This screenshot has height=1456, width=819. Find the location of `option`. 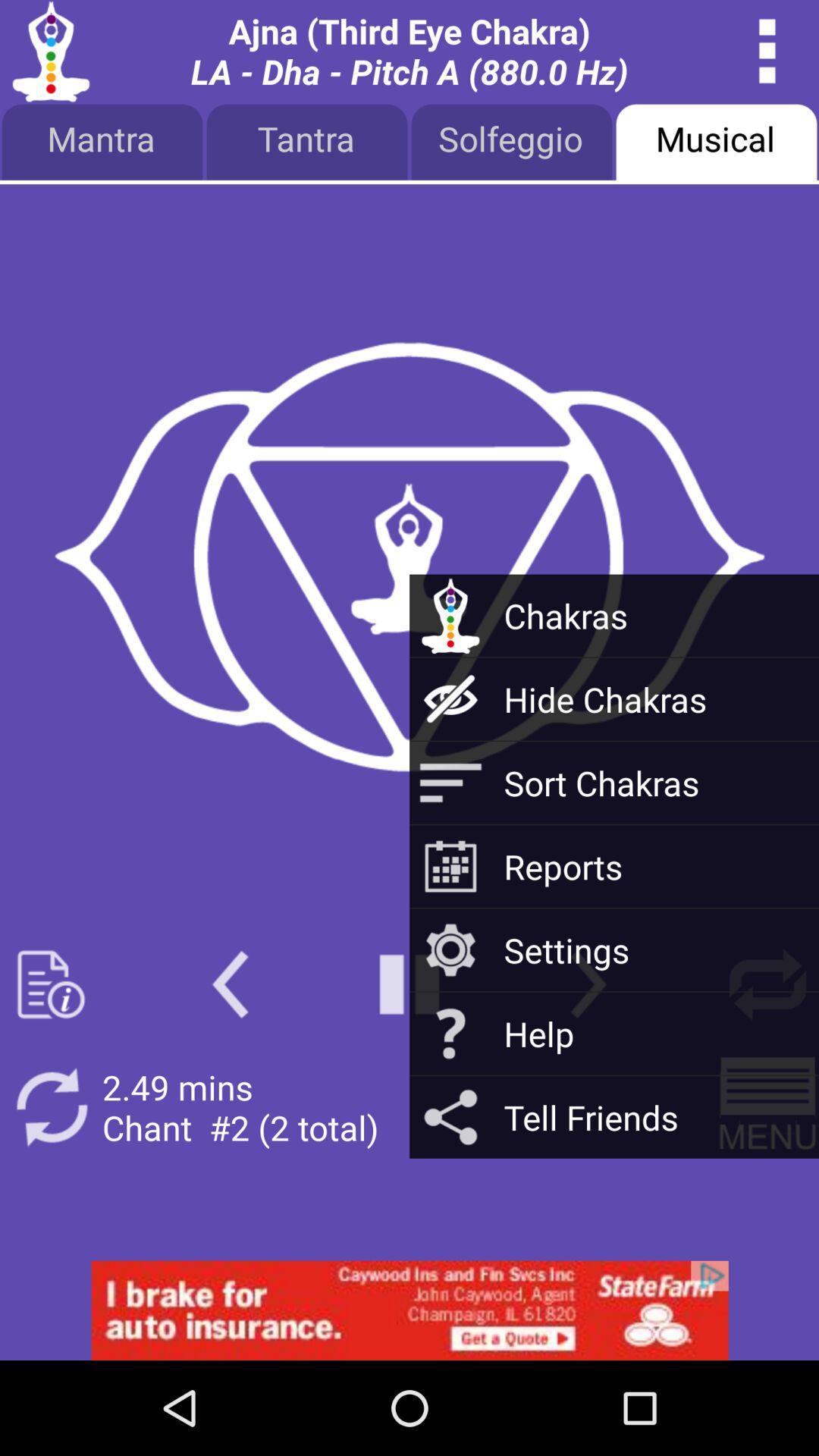

option is located at coordinates (409, 984).